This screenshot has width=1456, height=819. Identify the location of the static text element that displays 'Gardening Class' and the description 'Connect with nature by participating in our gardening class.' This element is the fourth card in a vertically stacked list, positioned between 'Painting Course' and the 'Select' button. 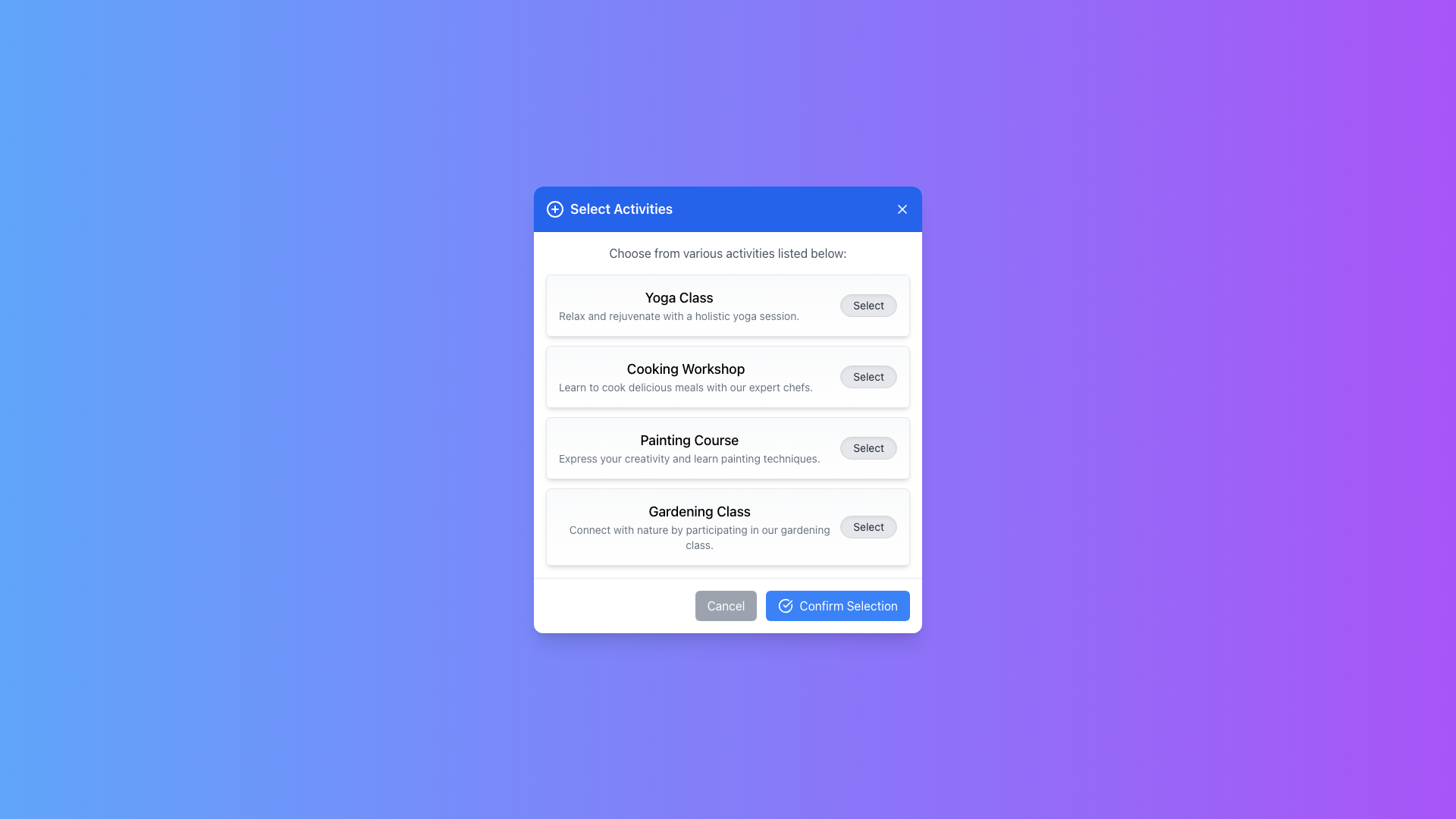
(698, 526).